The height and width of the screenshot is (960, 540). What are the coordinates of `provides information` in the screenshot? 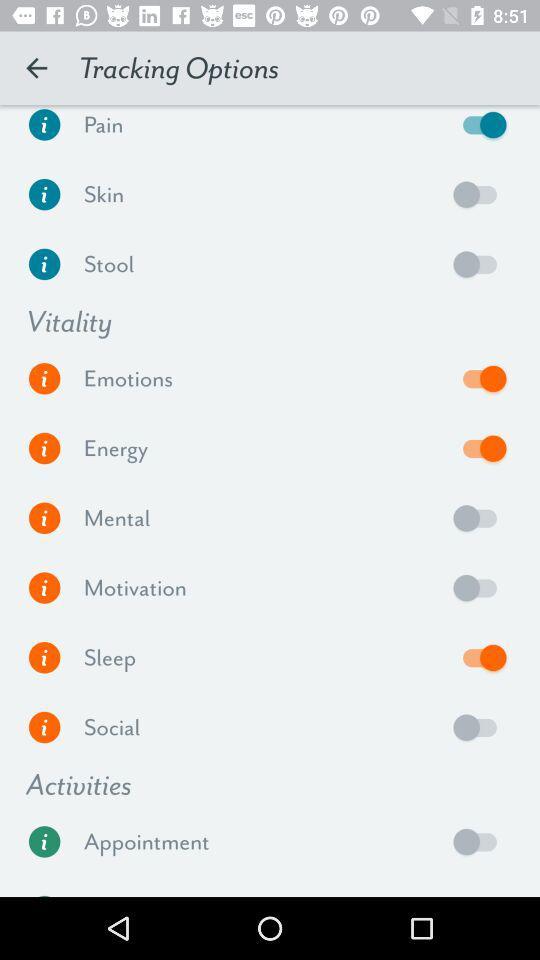 It's located at (44, 377).